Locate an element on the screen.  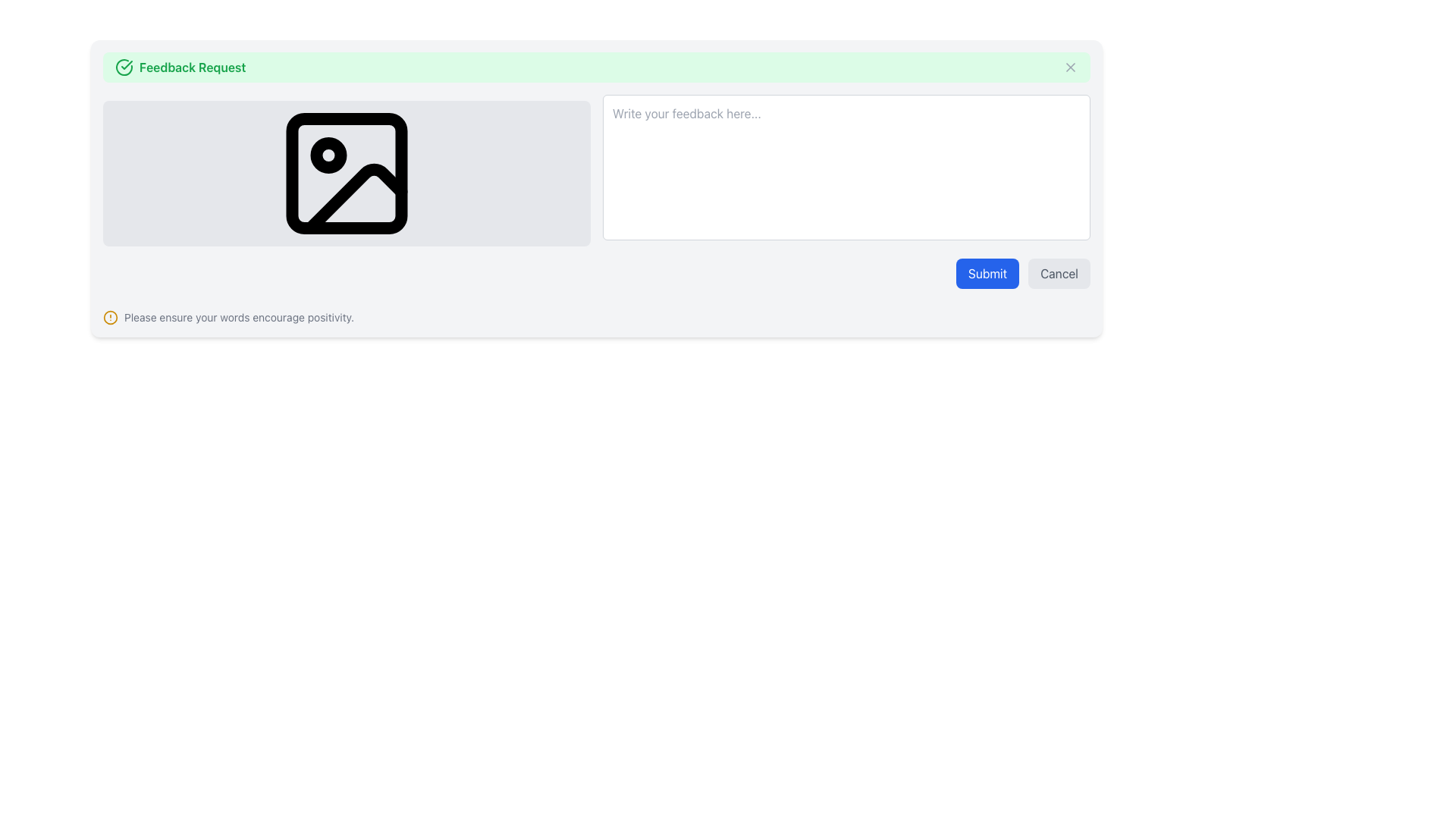
the unique informational text element located at the bottom of the interface, which is aligned horizontally with a yellow warning icon to its left is located at coordinates (238, 317).